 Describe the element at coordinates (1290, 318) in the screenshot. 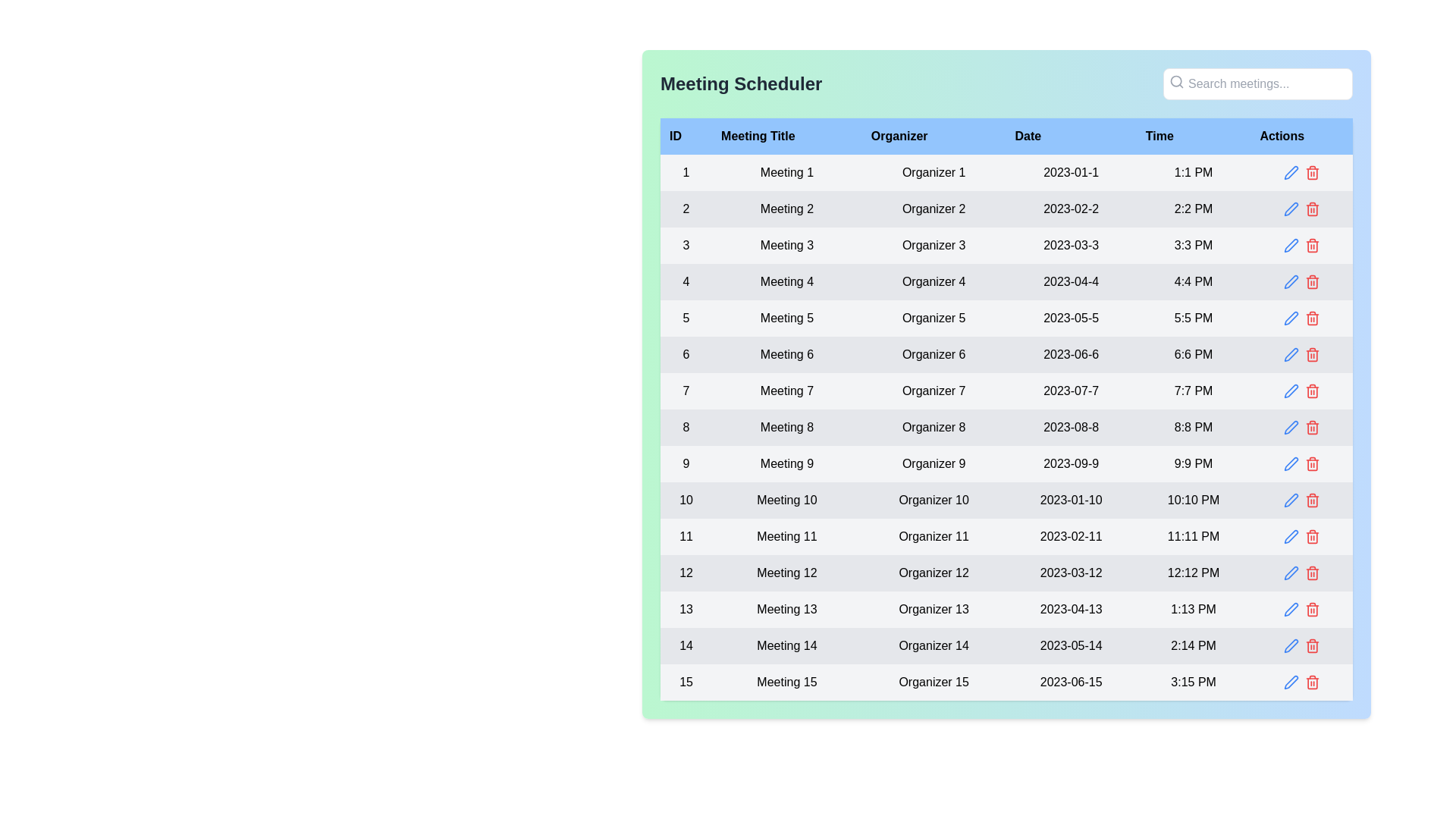

I see `the 'Edit' Interactive Icon located in the 'Actions' column of the table, specifically associated with the fifth row for the meeting on '2023-05-5' at '5:5 PM'` at that location.